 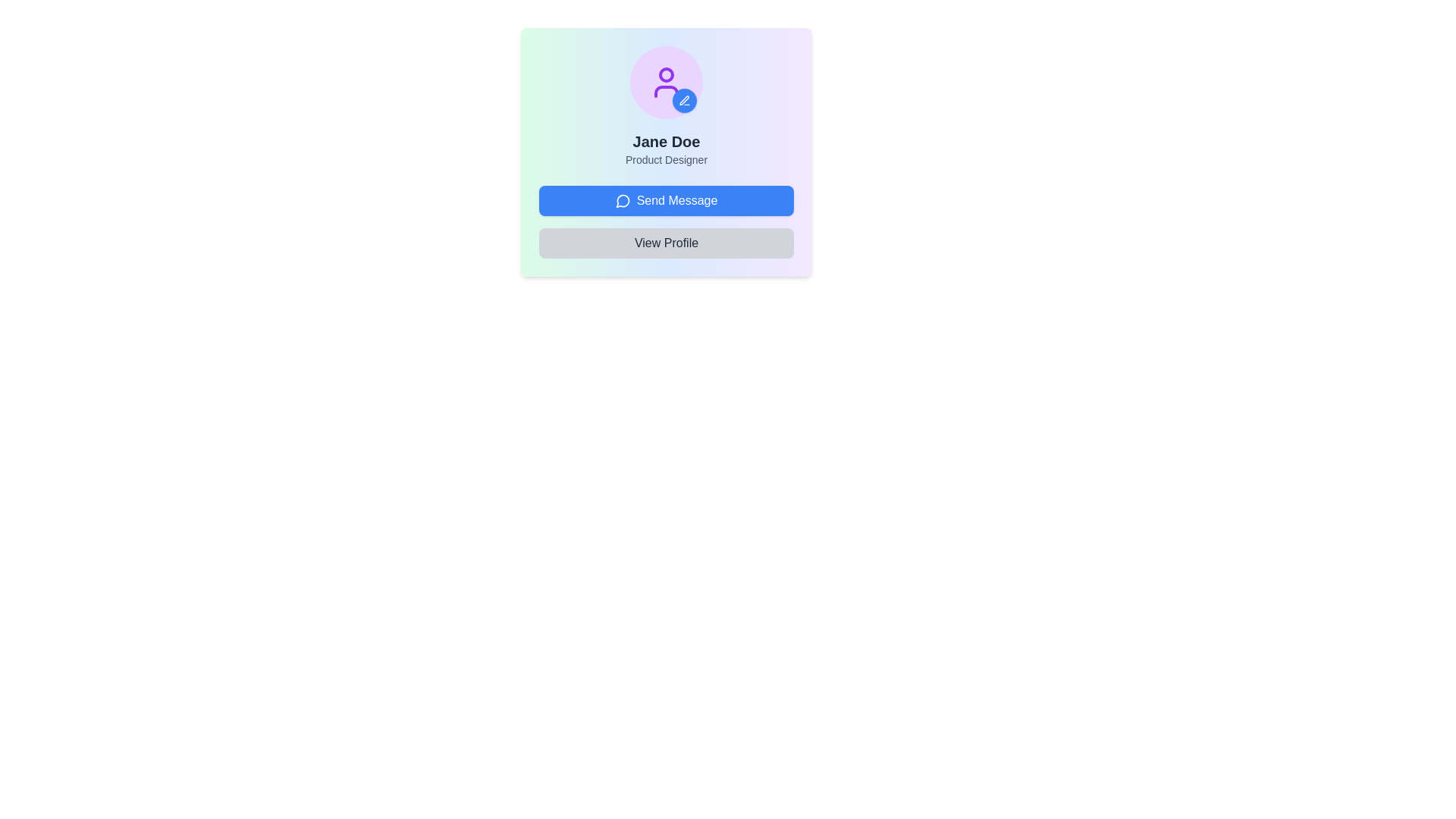 I want to click on the edit button located at the bottom-right corner of the circular user profile area to change its color, so click(x=683, y=100).